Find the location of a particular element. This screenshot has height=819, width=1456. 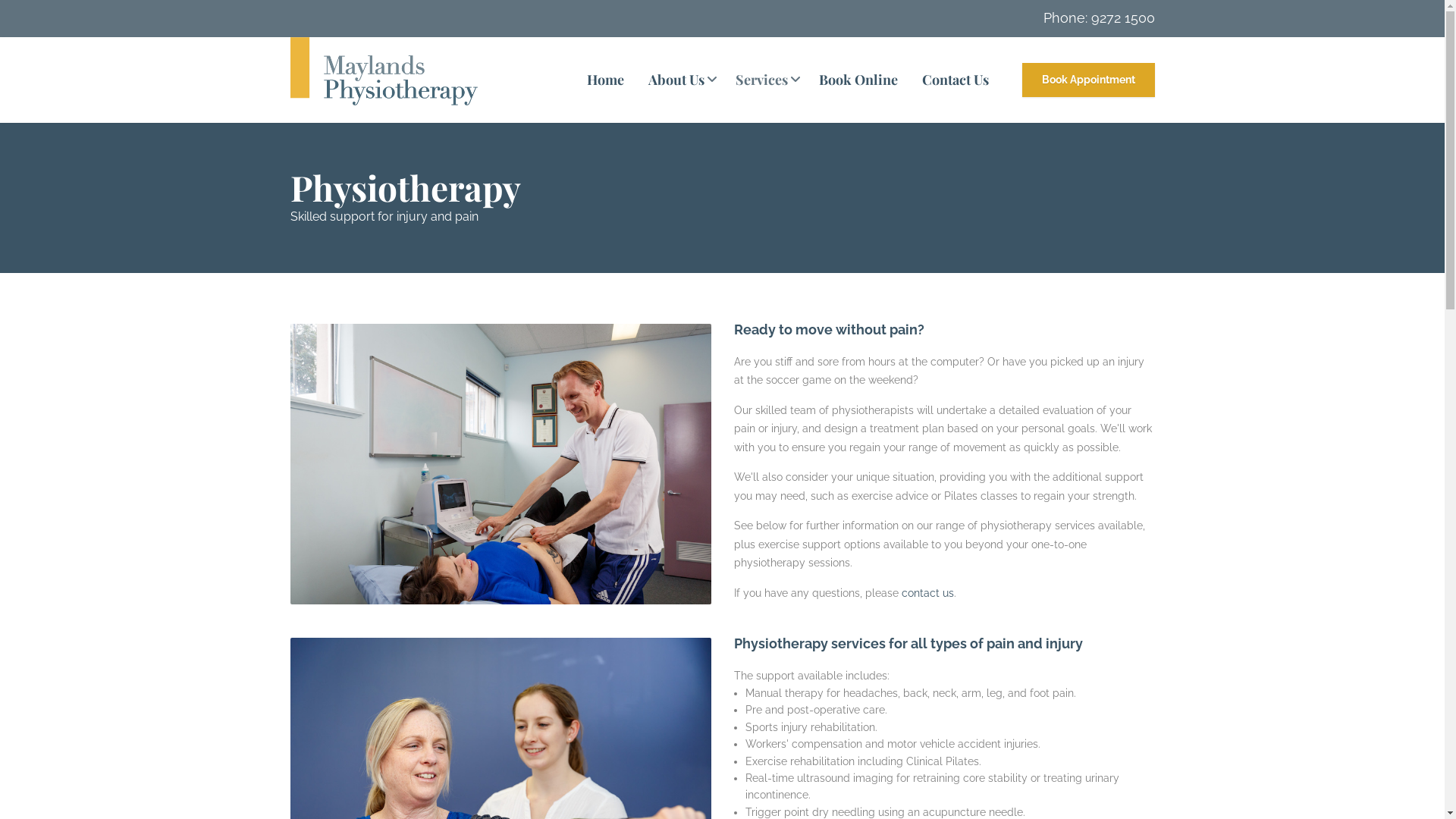

'Book Appointment' is located at coordinates (1087, 79).